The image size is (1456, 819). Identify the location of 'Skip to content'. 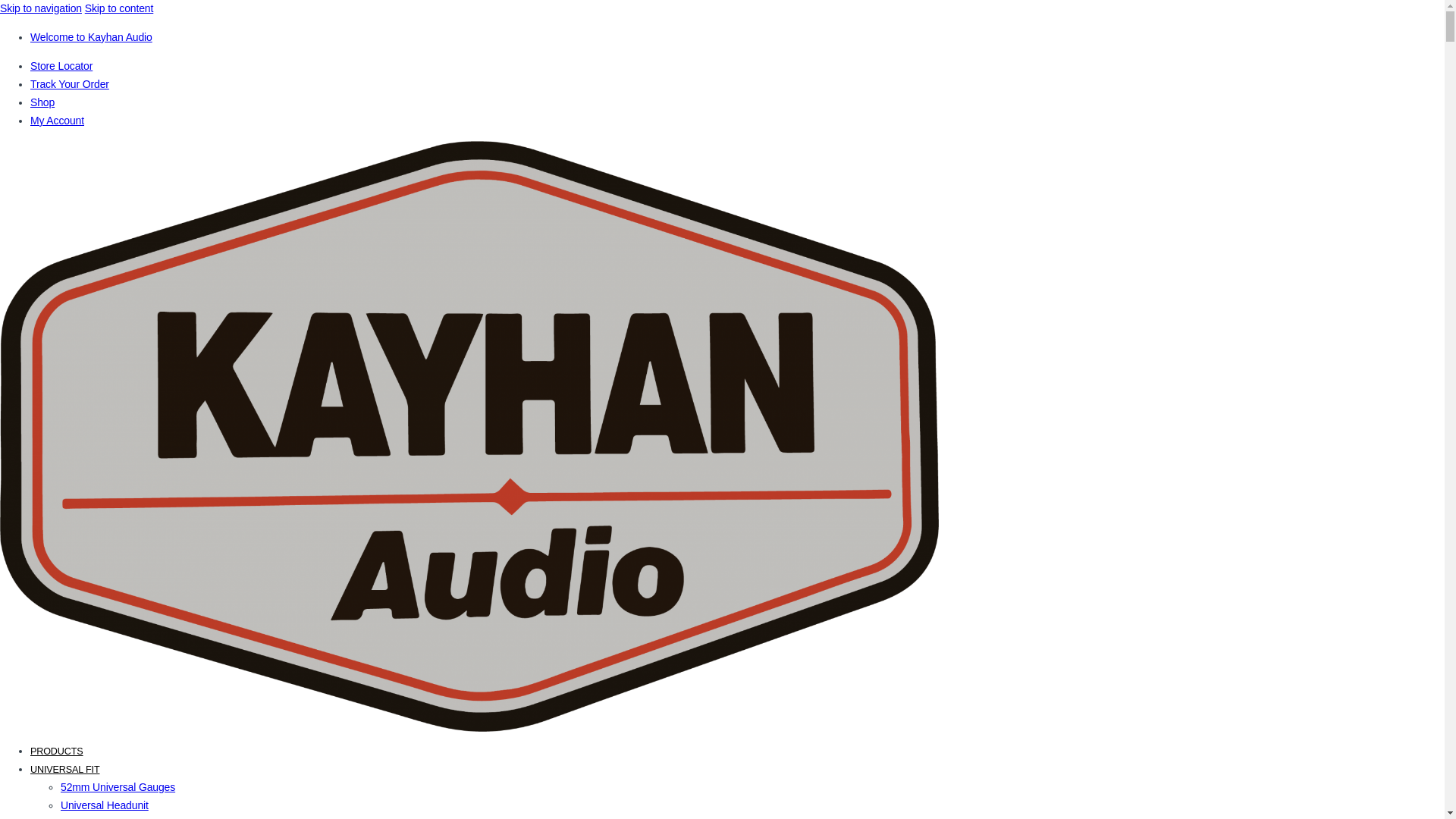
(118, 8).